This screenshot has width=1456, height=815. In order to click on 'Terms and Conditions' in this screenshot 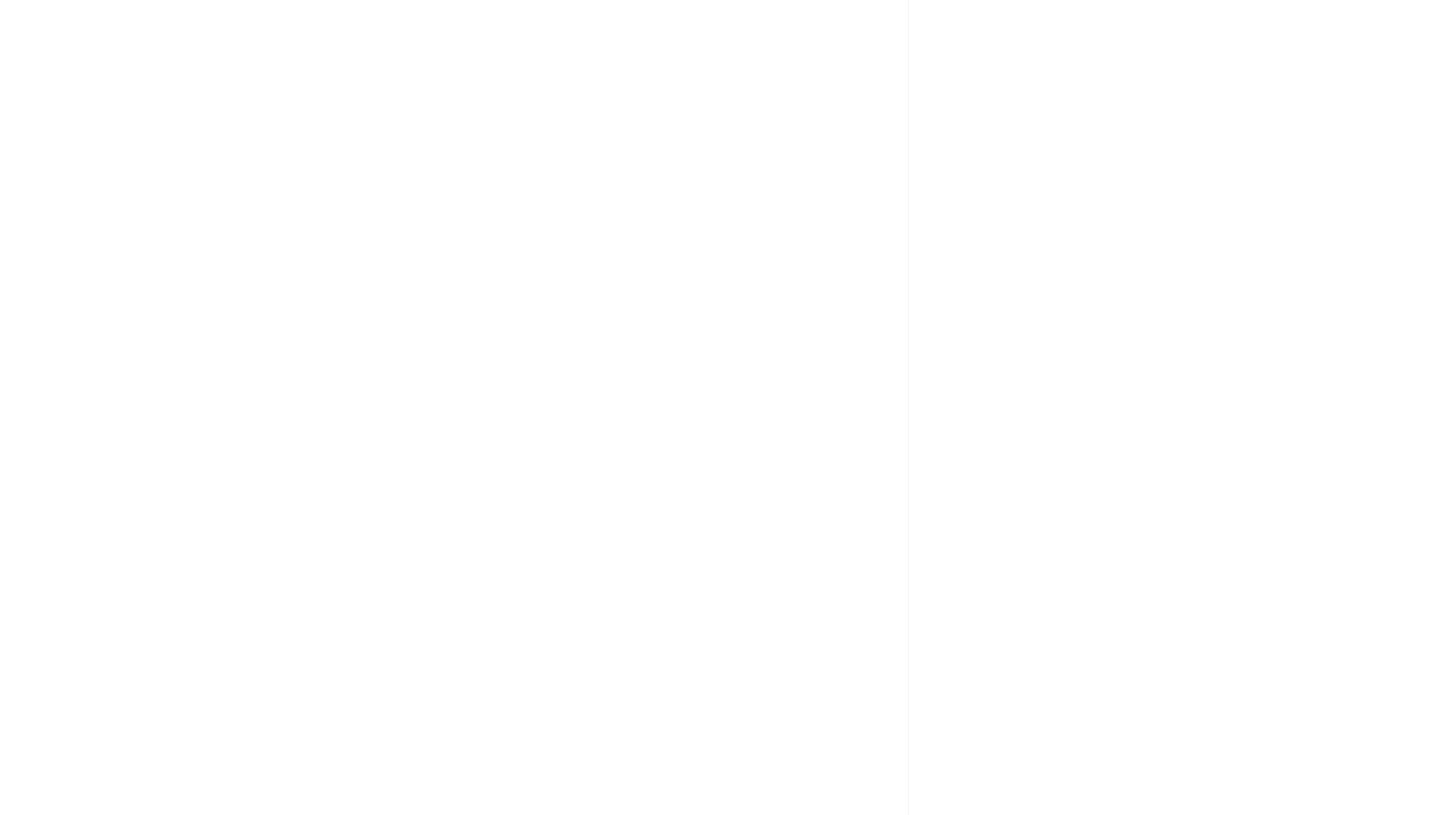, I will do `click(405, 416)`.